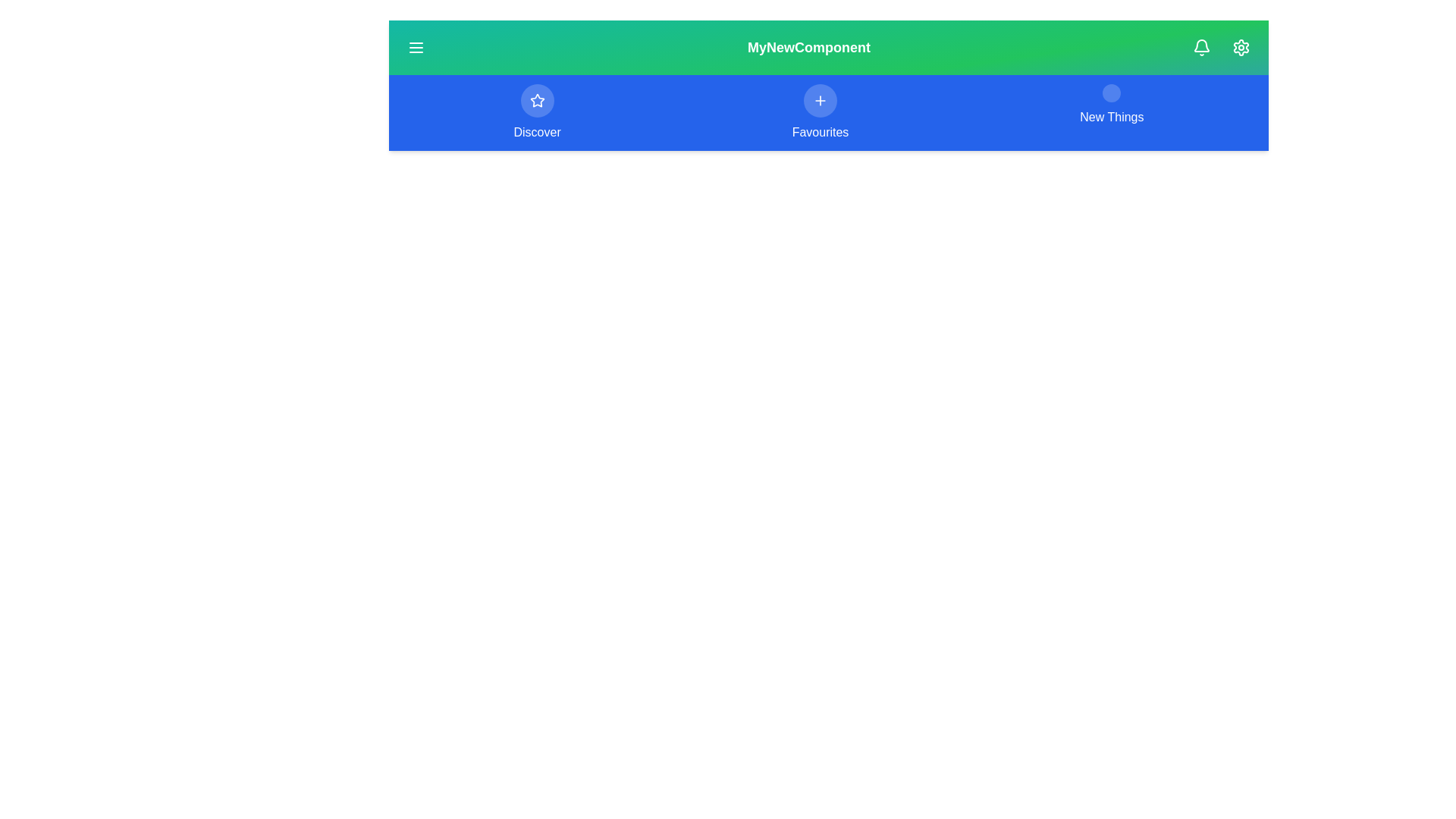 This screenshot has height=819, width=1456. I want to click on the Discover icon in the menu options, so click(537, 100).